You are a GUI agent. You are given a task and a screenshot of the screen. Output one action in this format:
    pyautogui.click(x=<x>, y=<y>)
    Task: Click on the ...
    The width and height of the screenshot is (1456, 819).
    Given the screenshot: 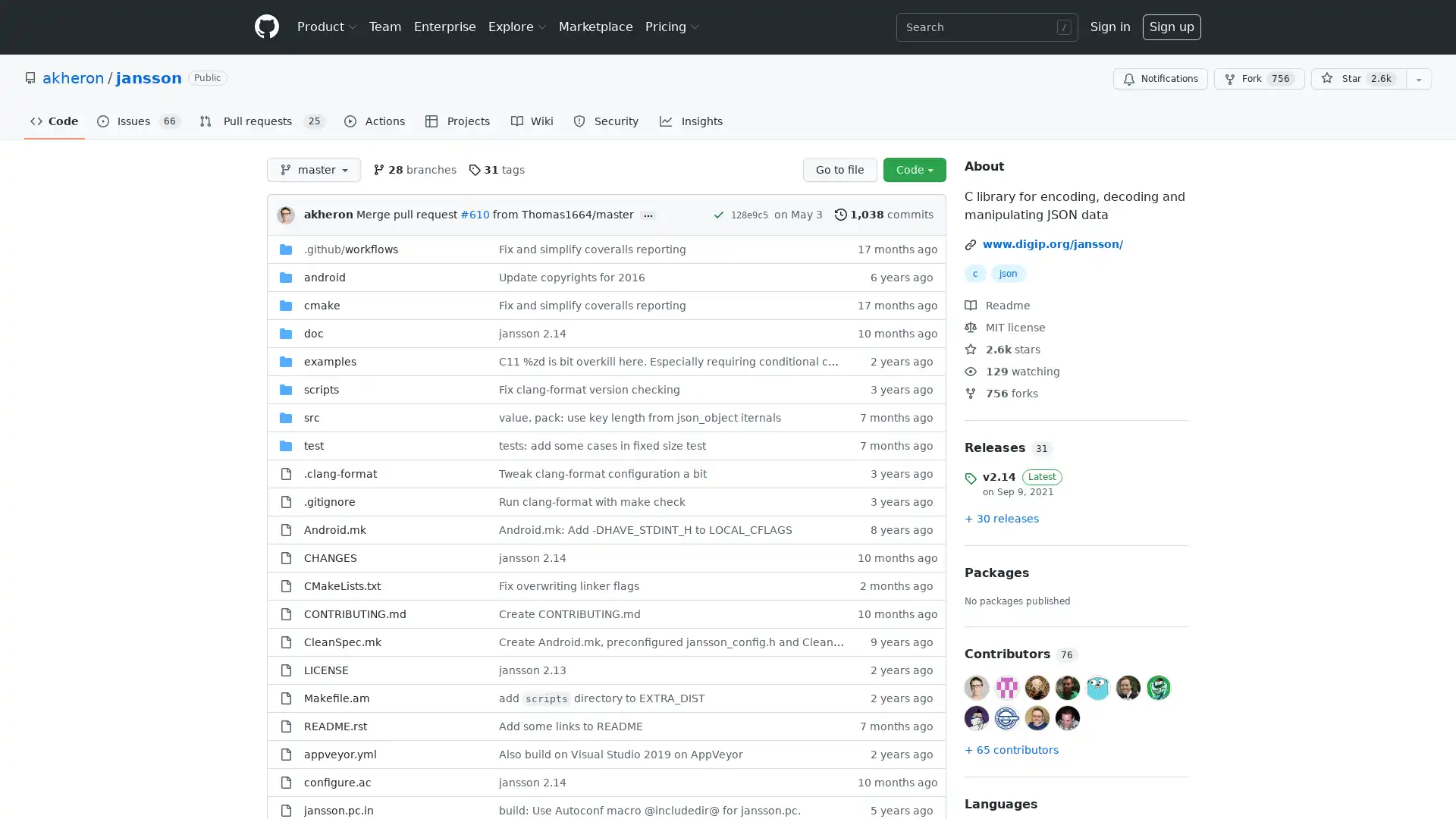 What is the action you would take?
    pyautogui.click(x=648, y=215)
    